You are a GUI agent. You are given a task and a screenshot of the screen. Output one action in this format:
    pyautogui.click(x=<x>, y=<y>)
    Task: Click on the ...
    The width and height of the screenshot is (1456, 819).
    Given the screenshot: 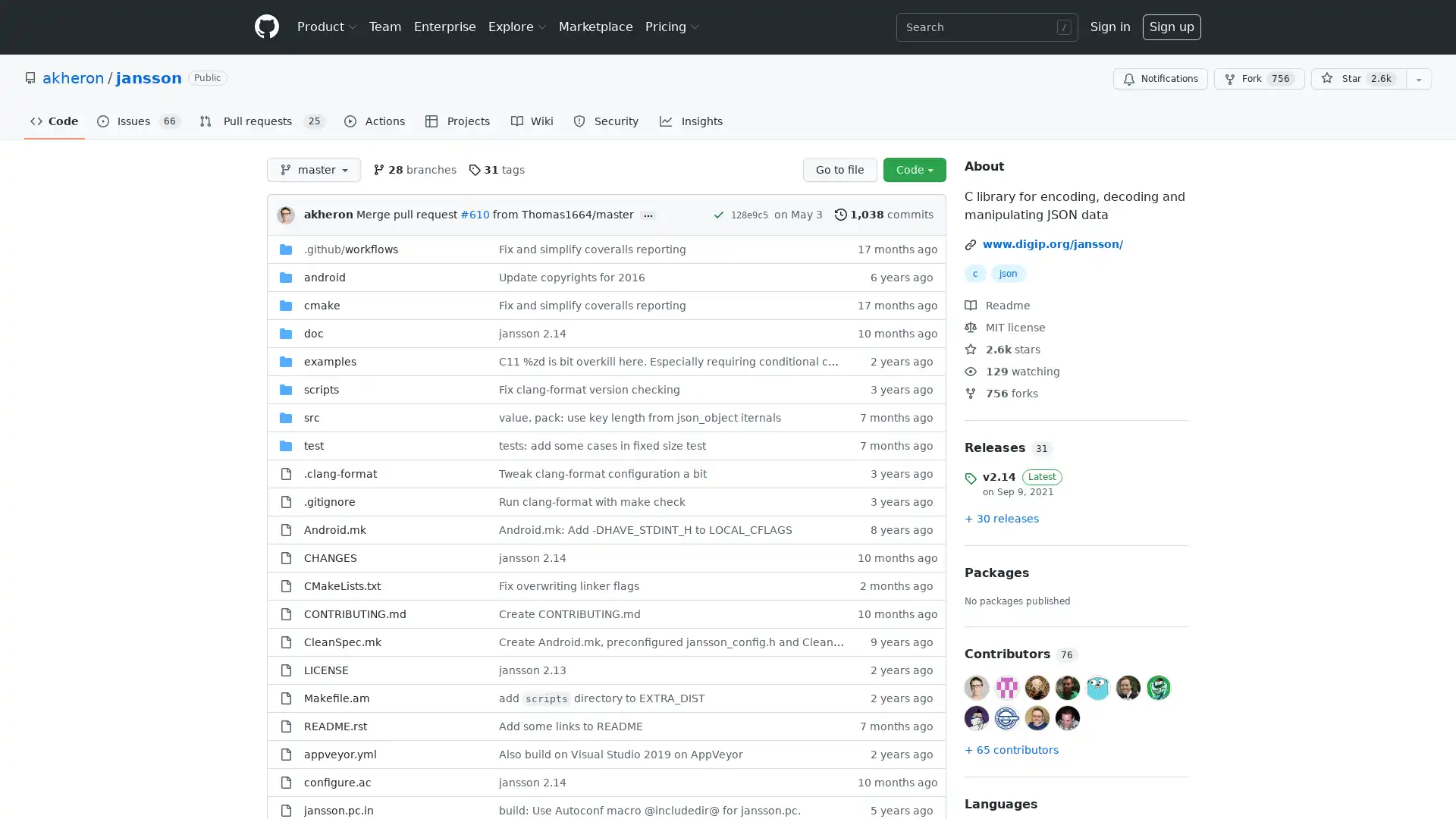 What is the action you would take?
    pyautogui.click(x=648, y=215)
    